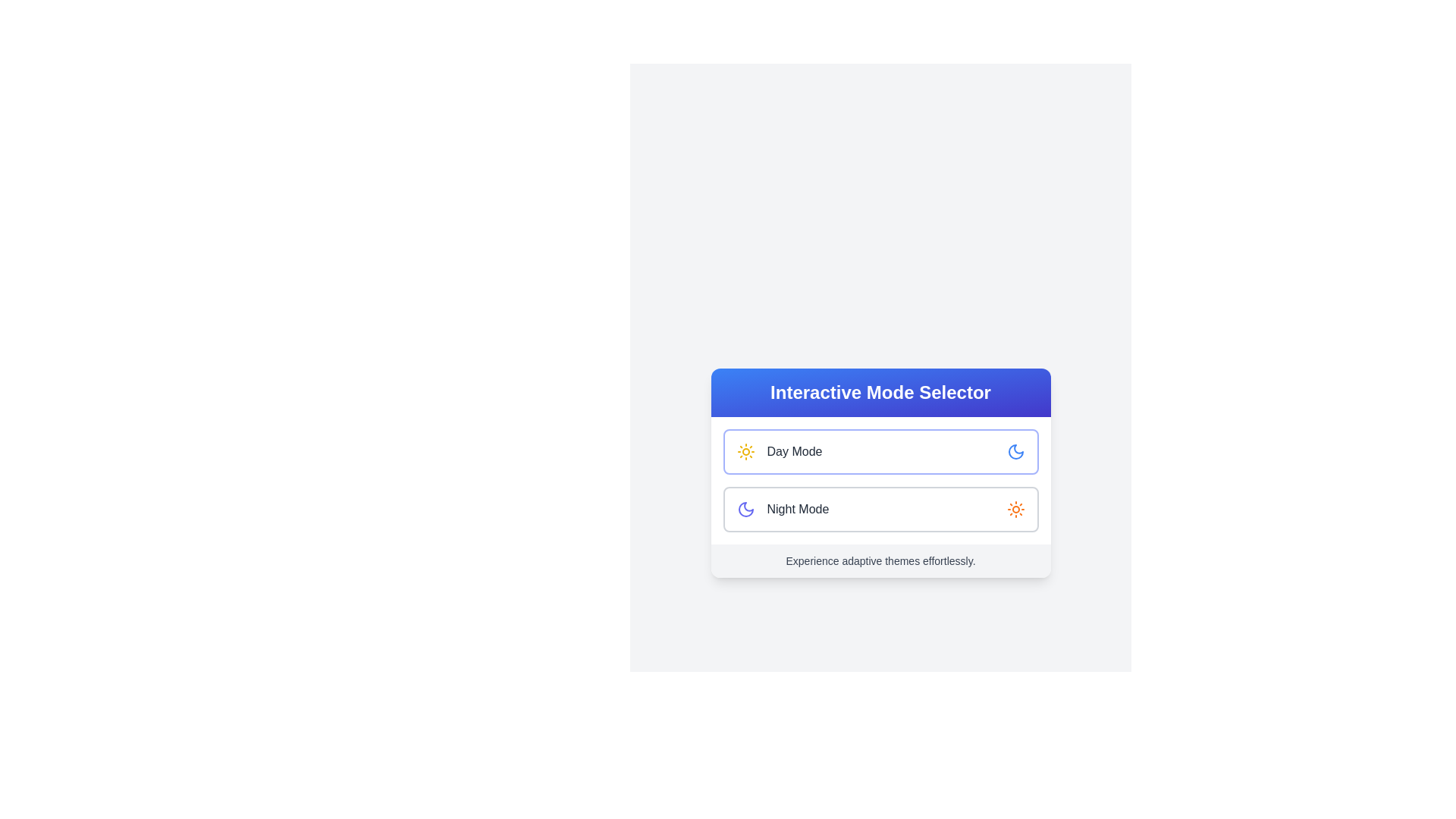  What do you see at coordinates (880, 451) in the screenshot?
I see `the mode option Day Mode to see the hover effect` at bounding box center [880, 451].